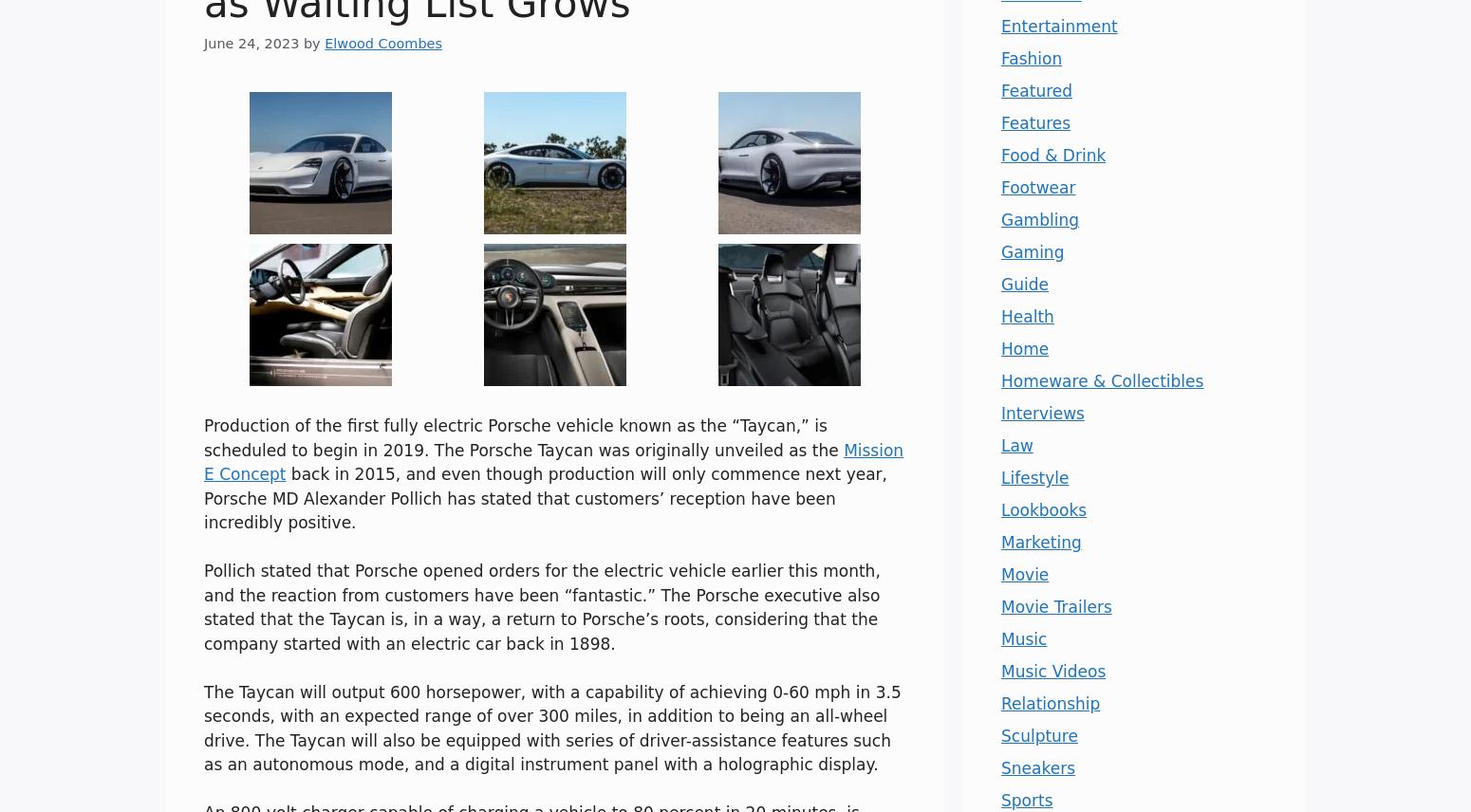  What do you see at coordinates (523, 437) in the screenshot?
I see `'Production of the first fully electric Porsche vehicle known as the “Taycan,” is scheduled to begin in 2019. The Porsche Taycan was originally unveiled as the'` at bounding box center [523, 437].